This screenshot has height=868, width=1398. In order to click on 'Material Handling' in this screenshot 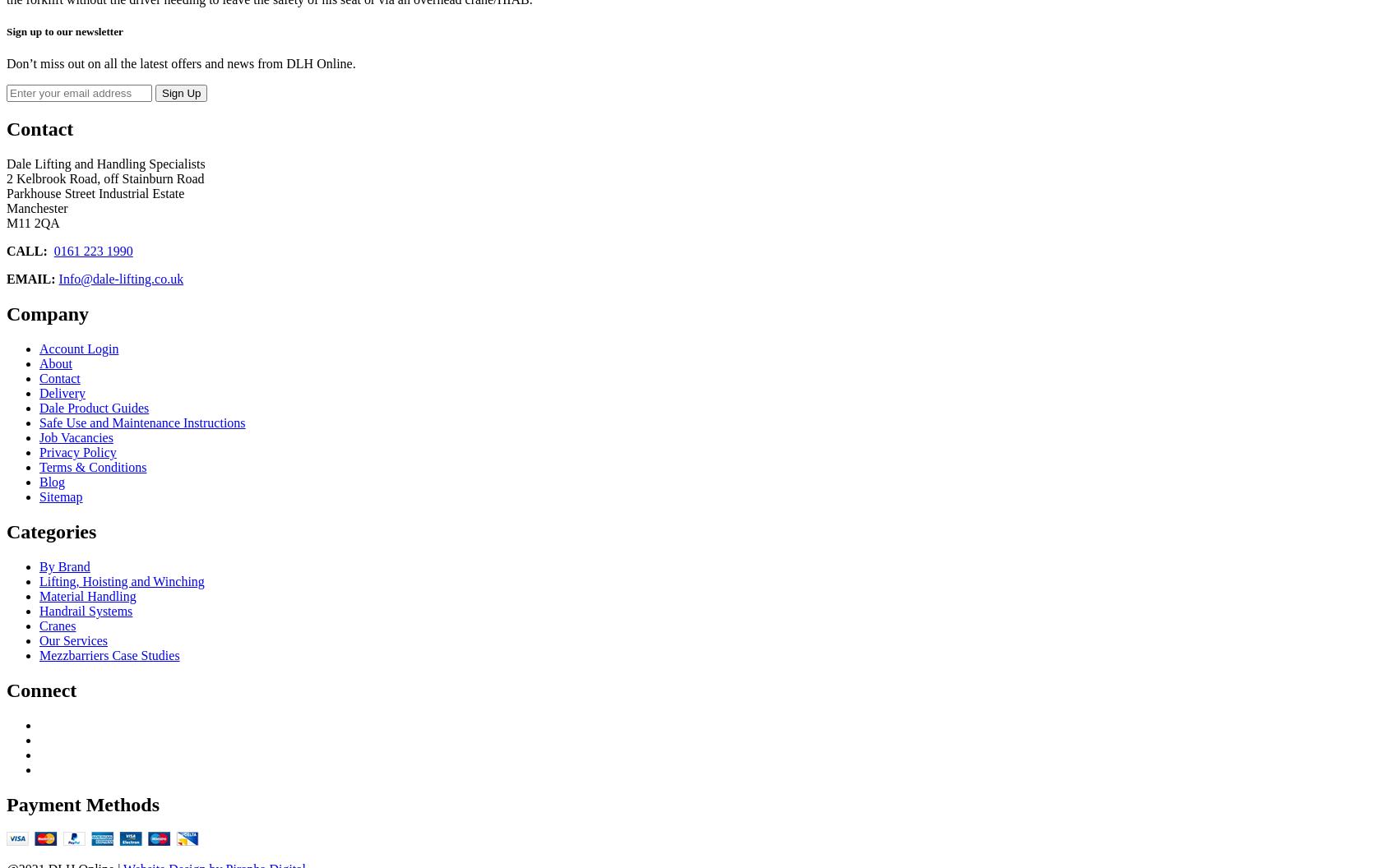, I will do `click(87, 595)`.